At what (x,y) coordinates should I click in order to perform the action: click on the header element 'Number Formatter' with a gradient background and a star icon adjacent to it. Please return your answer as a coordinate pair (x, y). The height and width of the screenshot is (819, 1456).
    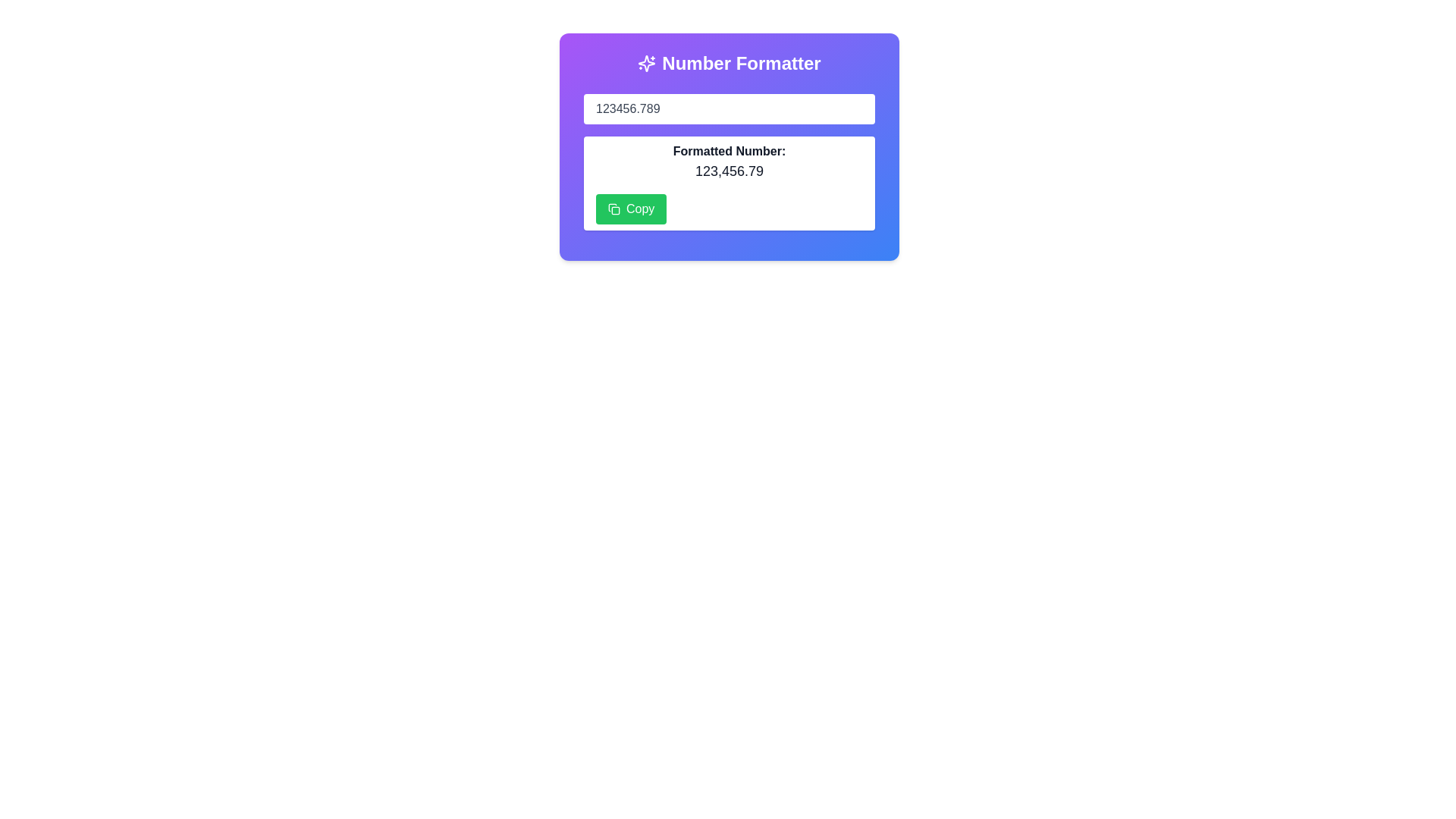
    Looking at the image, I should click on (729, 63).